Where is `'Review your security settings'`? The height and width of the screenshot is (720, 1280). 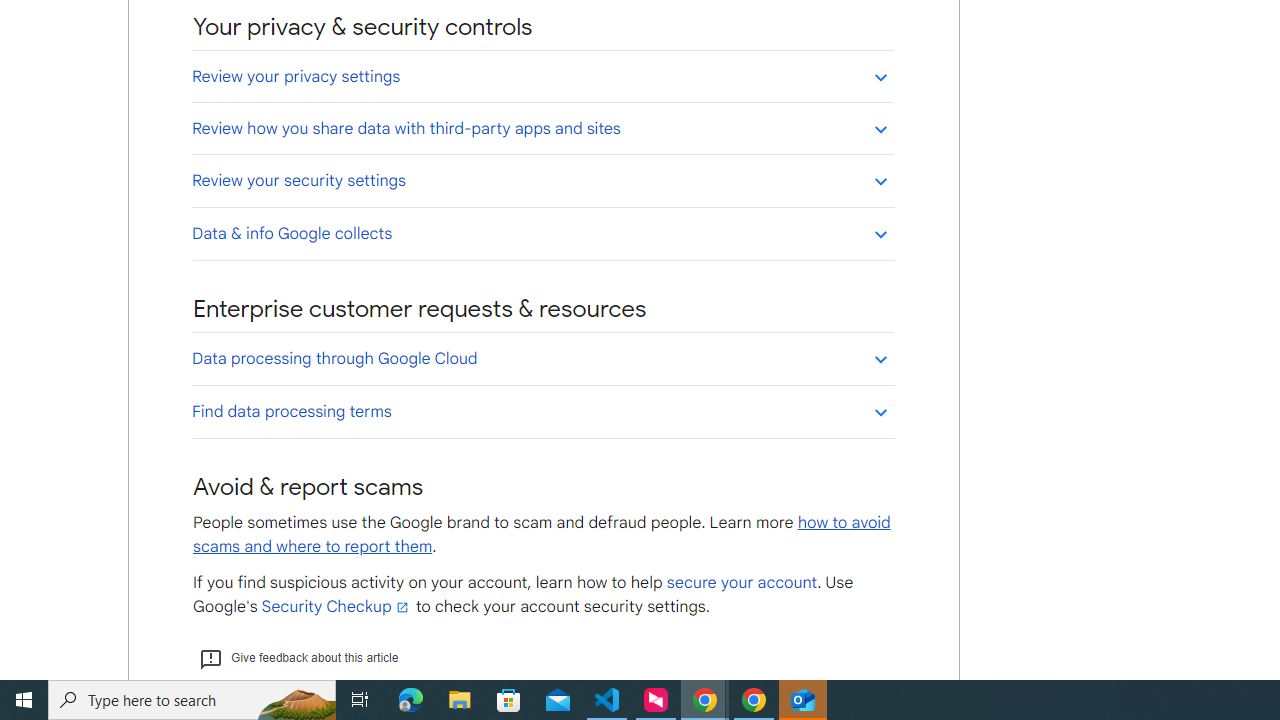 'Review your security settings' is located at coordinates (542, 180).